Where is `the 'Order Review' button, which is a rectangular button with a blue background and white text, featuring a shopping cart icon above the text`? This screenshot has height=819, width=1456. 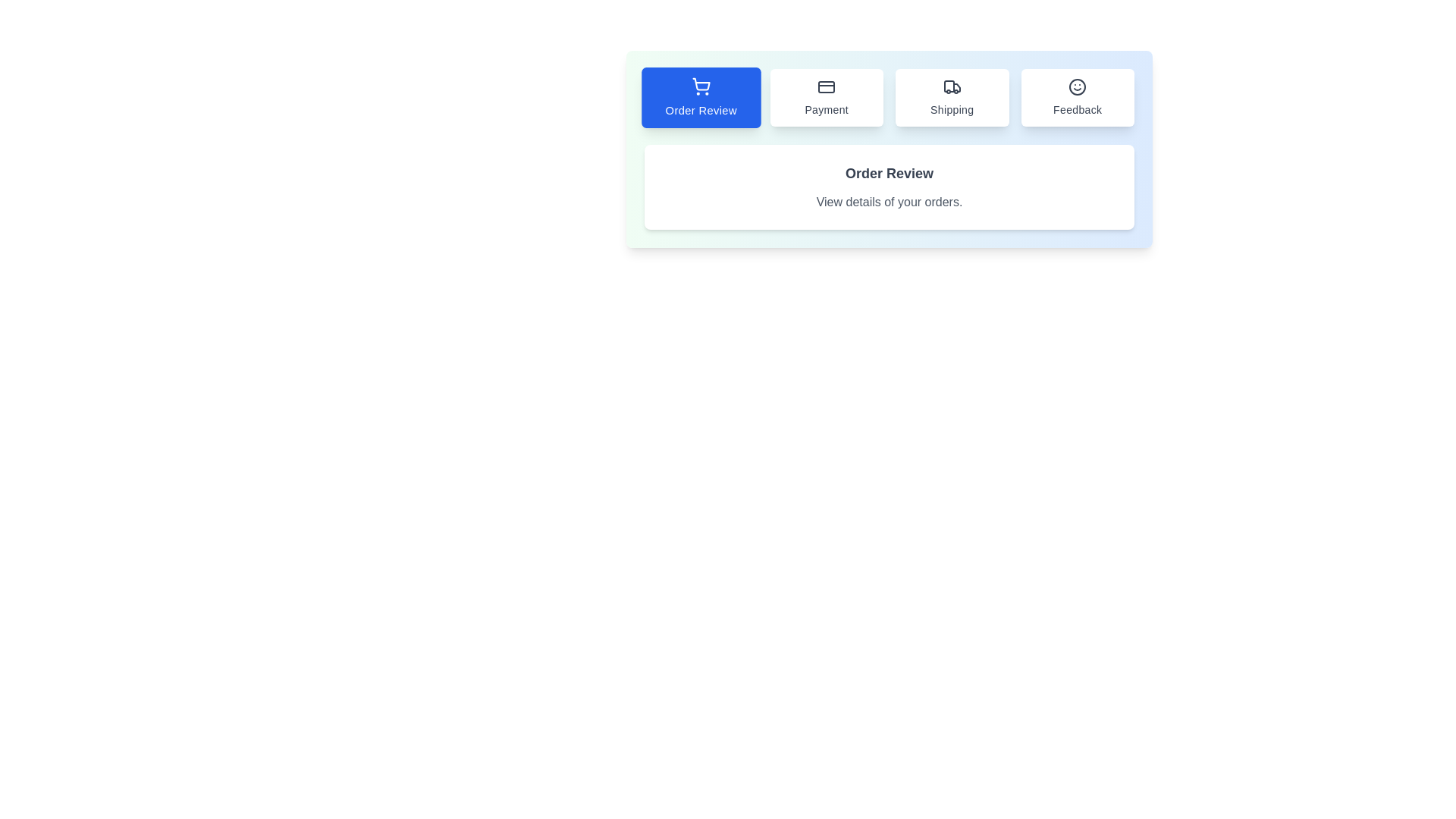
the 'Order Review' button, which is a rectangular button with a blue background and white text, featuring a shopping cart icon above the text is located at coordinates (700, 97).